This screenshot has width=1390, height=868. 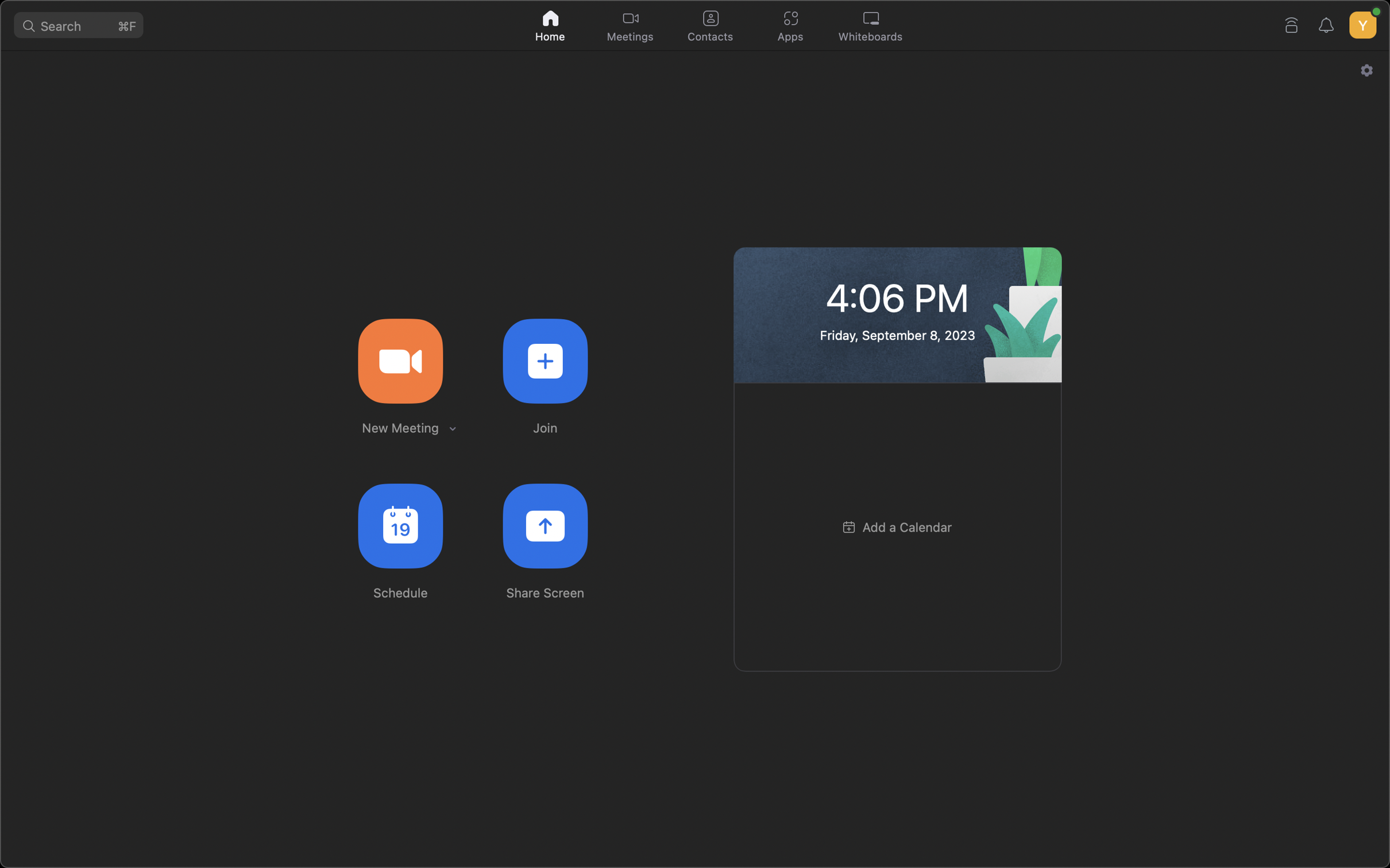 What do you see at coordinates (545, 359) in the screenshot?
I see `Join a meeting with the ID 123456789` at bounding box center [545, 359].